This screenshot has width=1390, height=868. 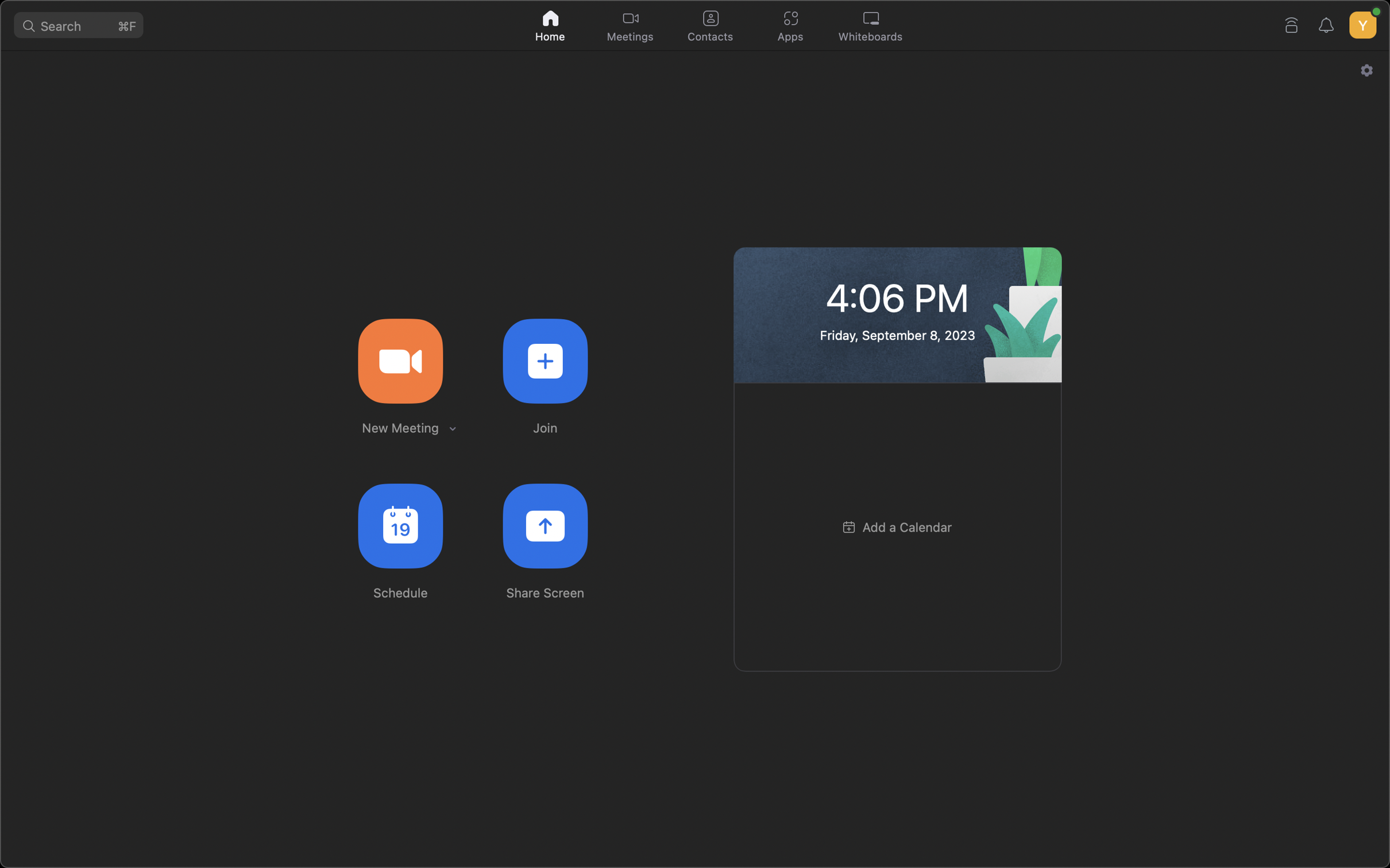 What do you see at coordinates (545, 359) in the screenshot?
I see `Join a meeting with the ID 123456789` at bounding box center [545, 359].